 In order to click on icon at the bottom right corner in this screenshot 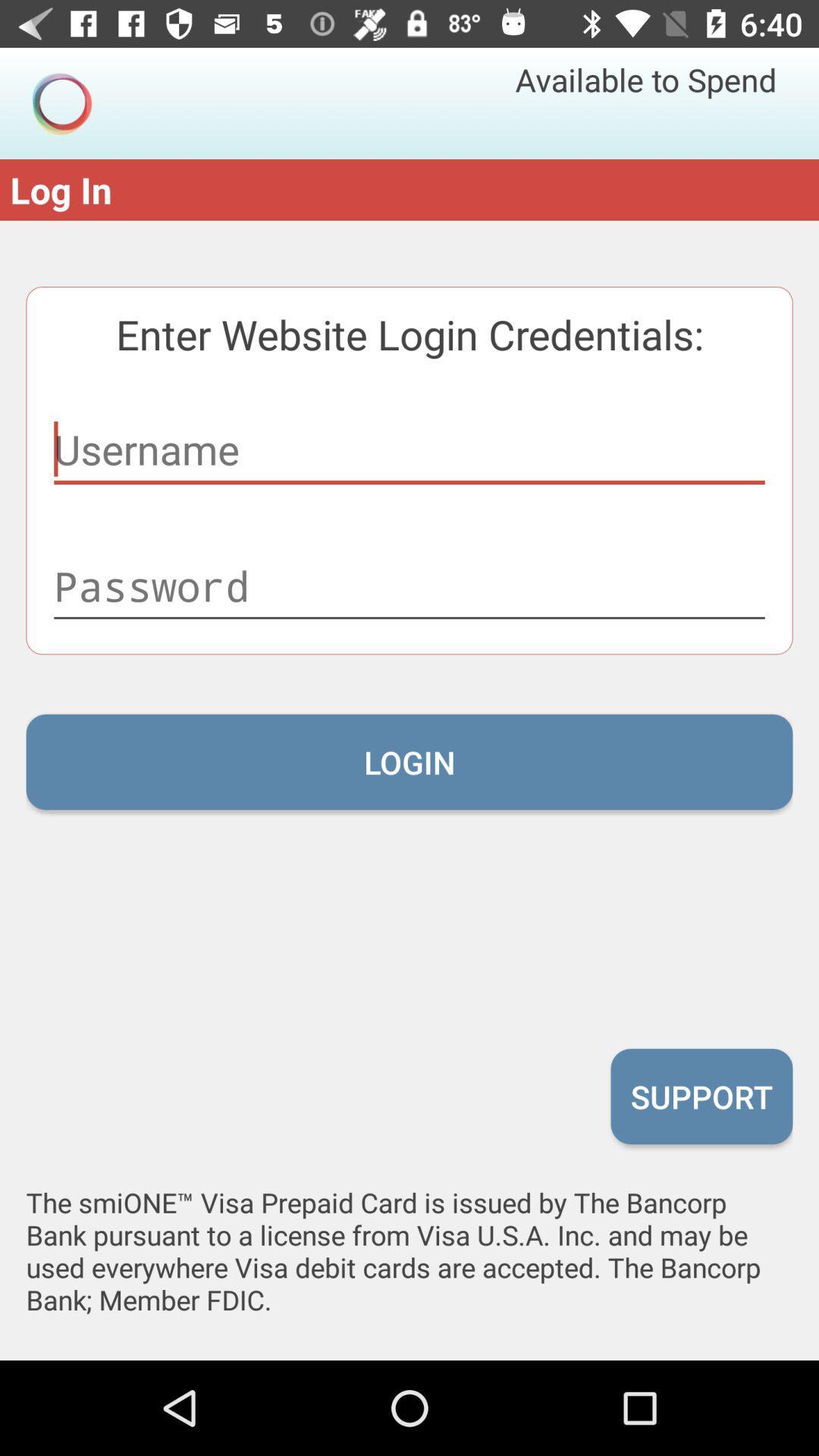, I will do `click(701, 1096)`.